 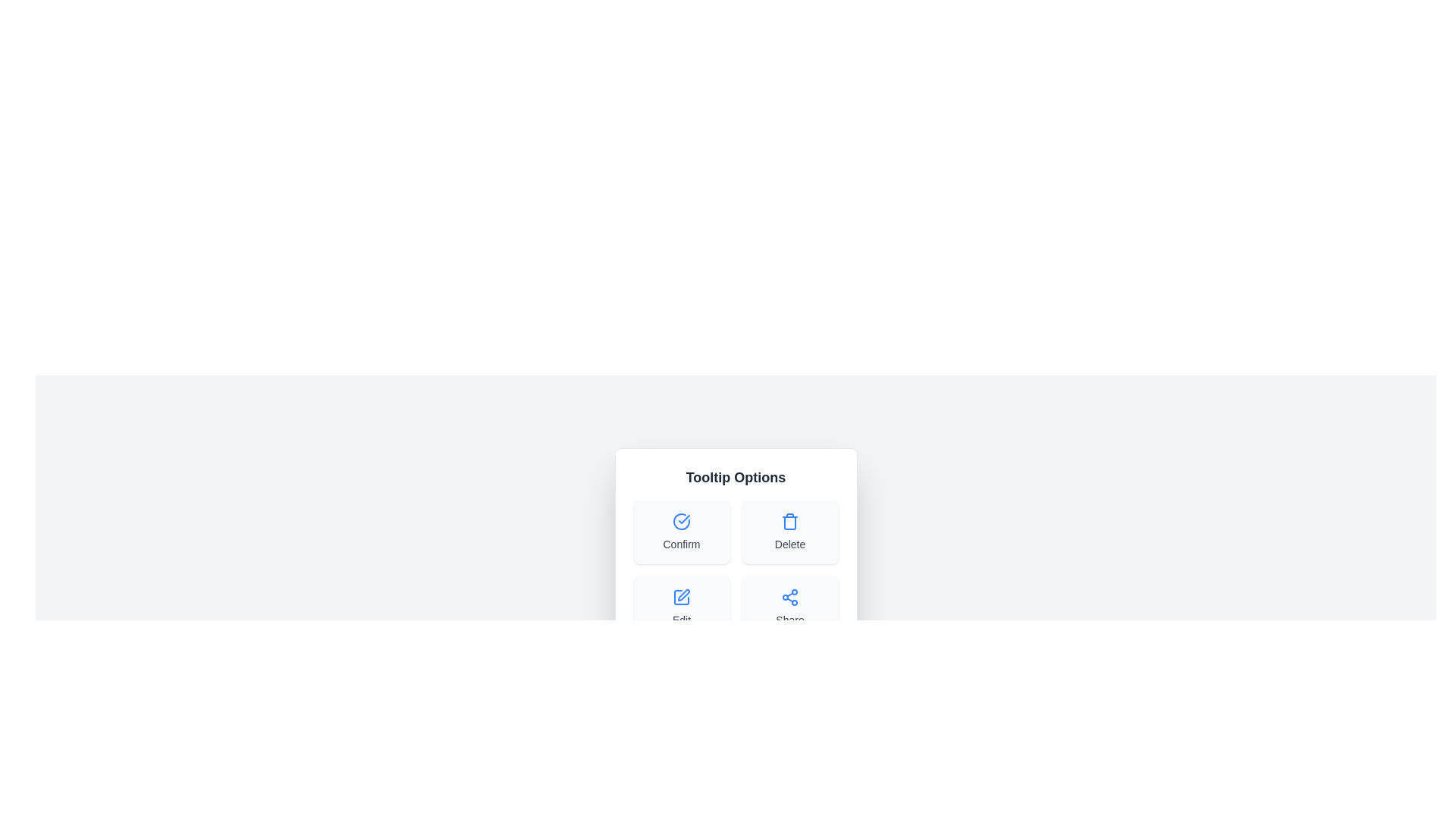 I want to click on the share icon, which visually represents the action for sharing content and is located below the 'Edit' option and to the right of a similar graphical button in the grid layout under 'Tooltip Options', so click(x=789, y=596).